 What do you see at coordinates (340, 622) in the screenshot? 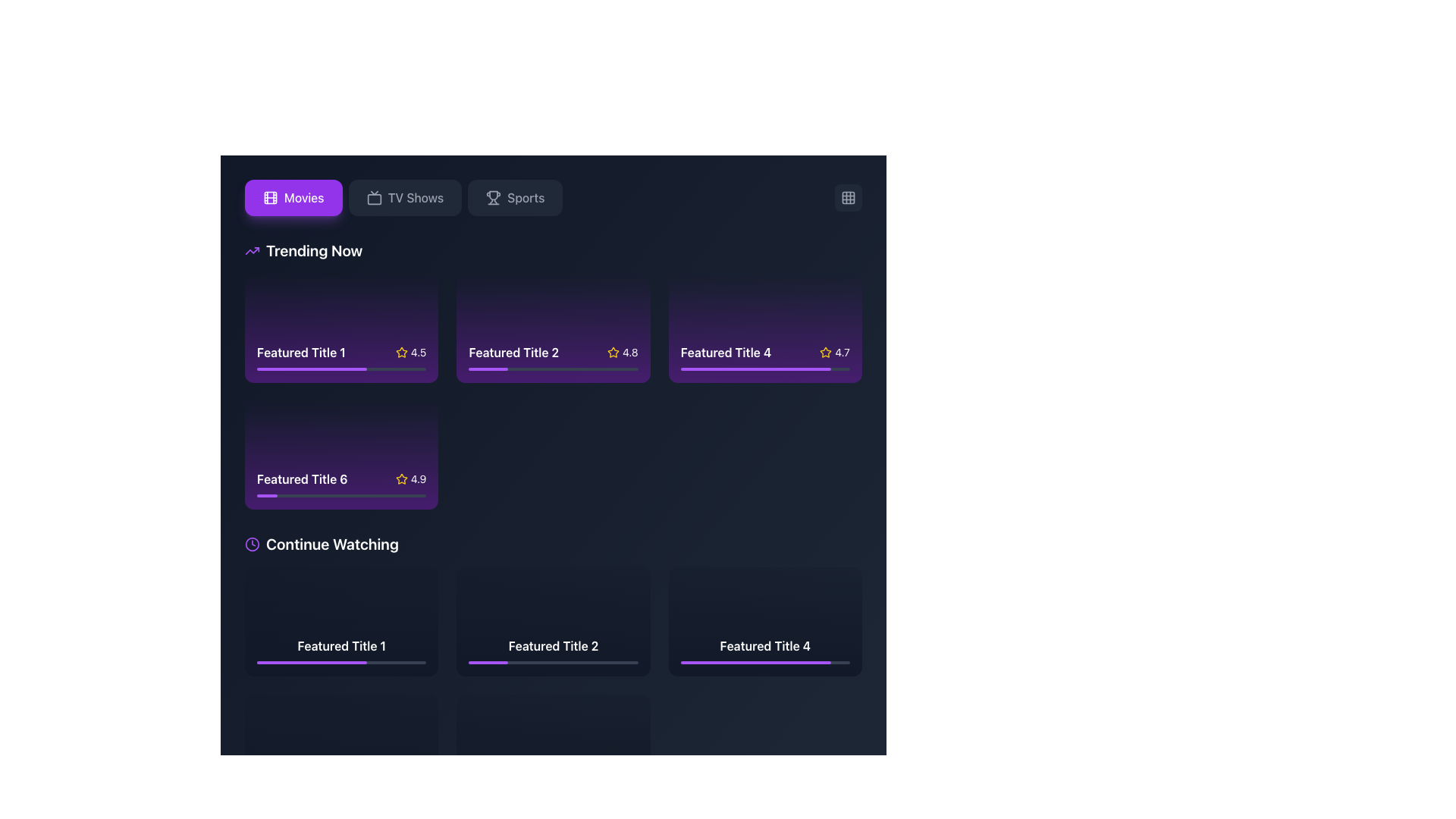
I see `the Content card located at the top-left corner of the second row` at bounding box center [340, 622].